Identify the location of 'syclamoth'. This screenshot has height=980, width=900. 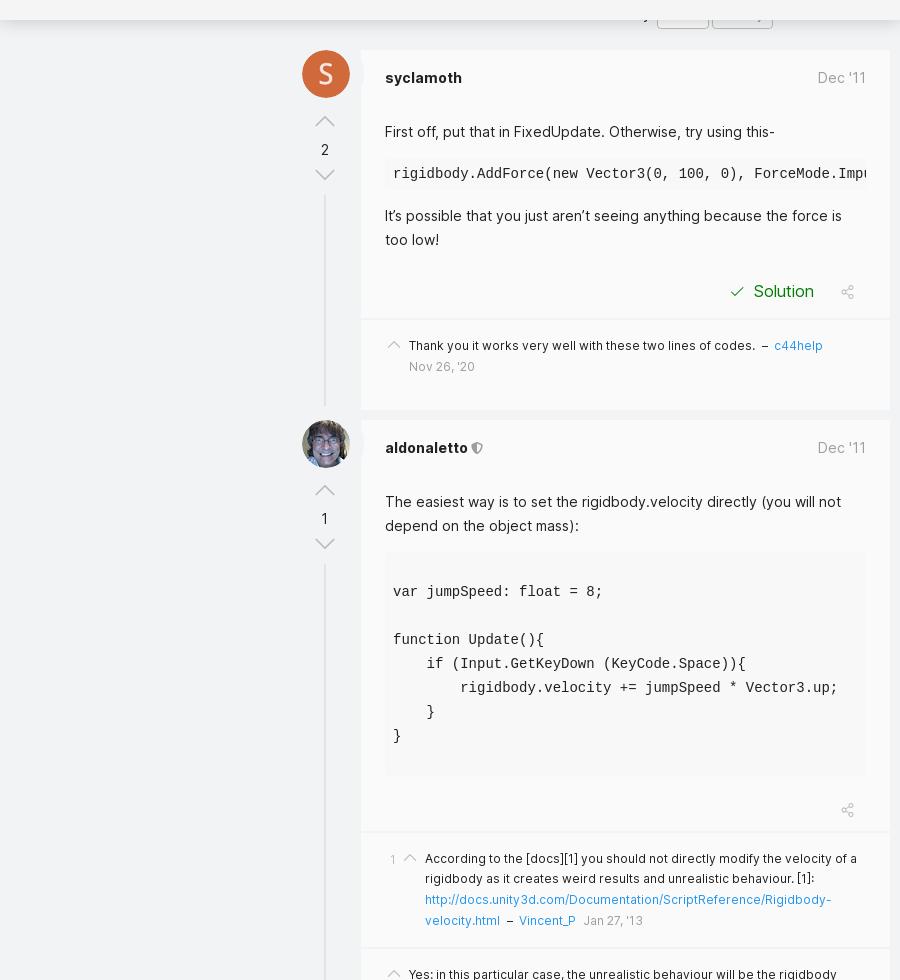
(423, 77).